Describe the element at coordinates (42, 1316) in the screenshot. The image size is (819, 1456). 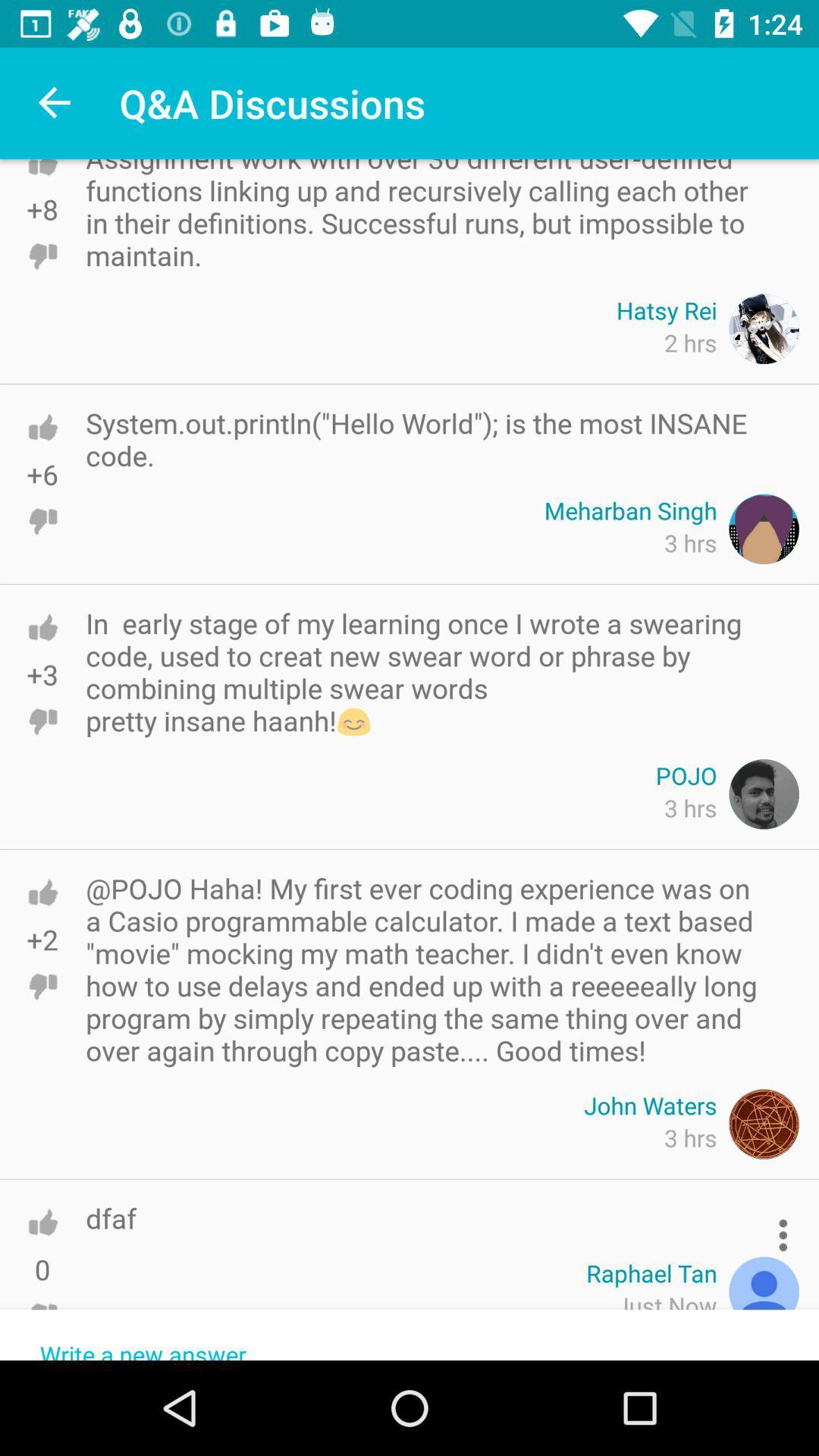
I see `thumbs down` at that location.